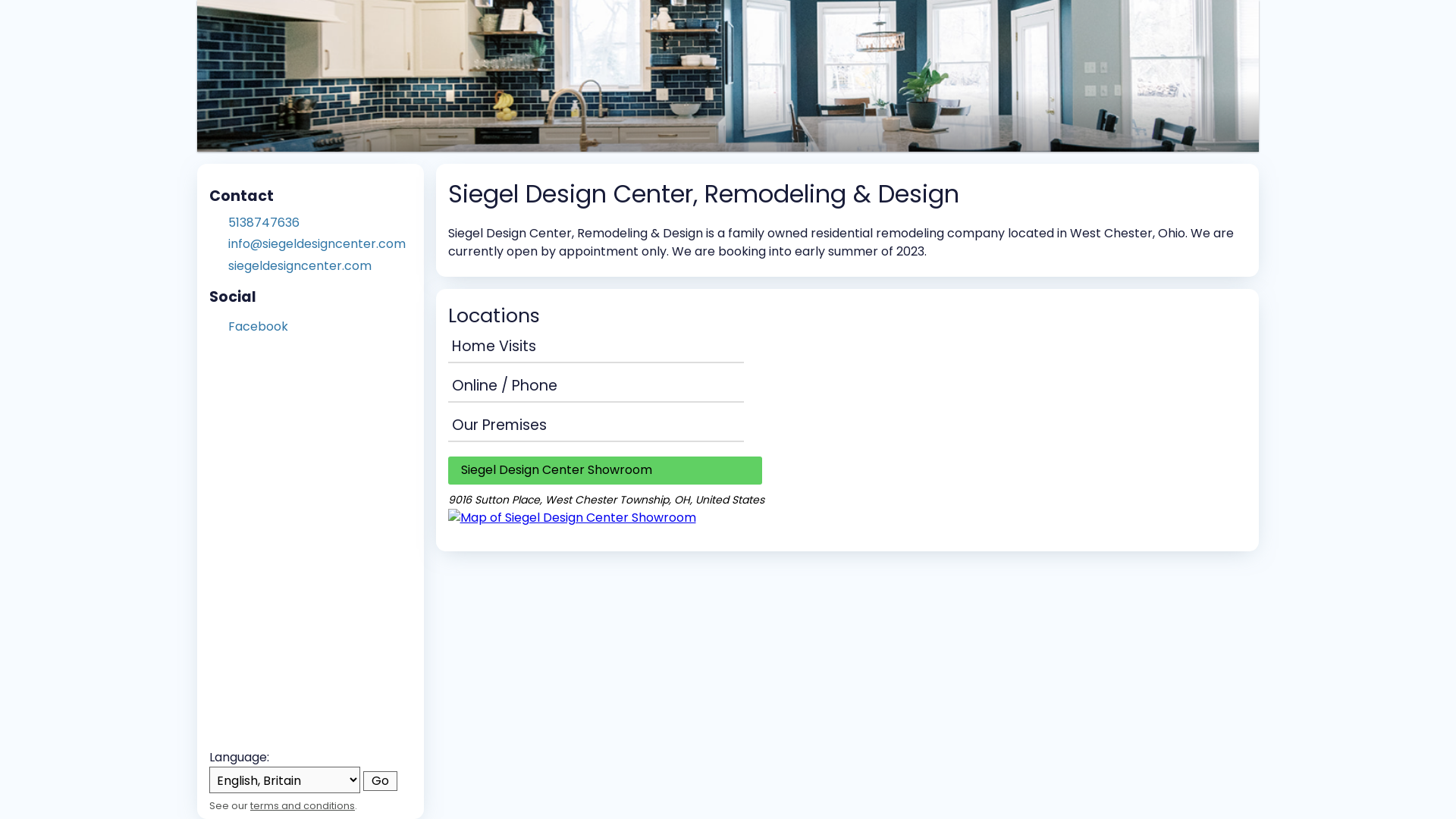 The image size is (1456, 819). I want to click on 'info@siegeldesigncenter.com', so click(227, 243).